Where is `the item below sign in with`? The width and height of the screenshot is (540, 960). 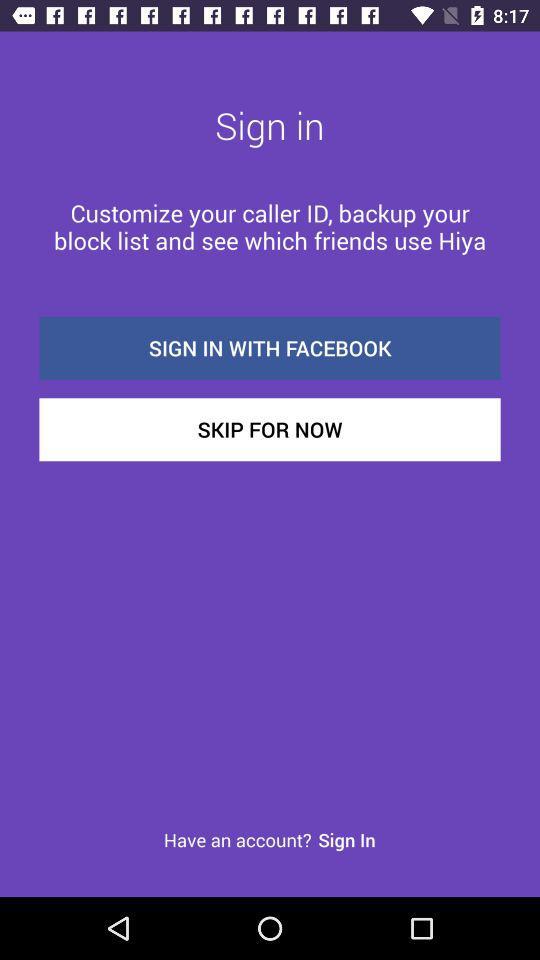
the item below sign in with is located at coordinates (270, 429).